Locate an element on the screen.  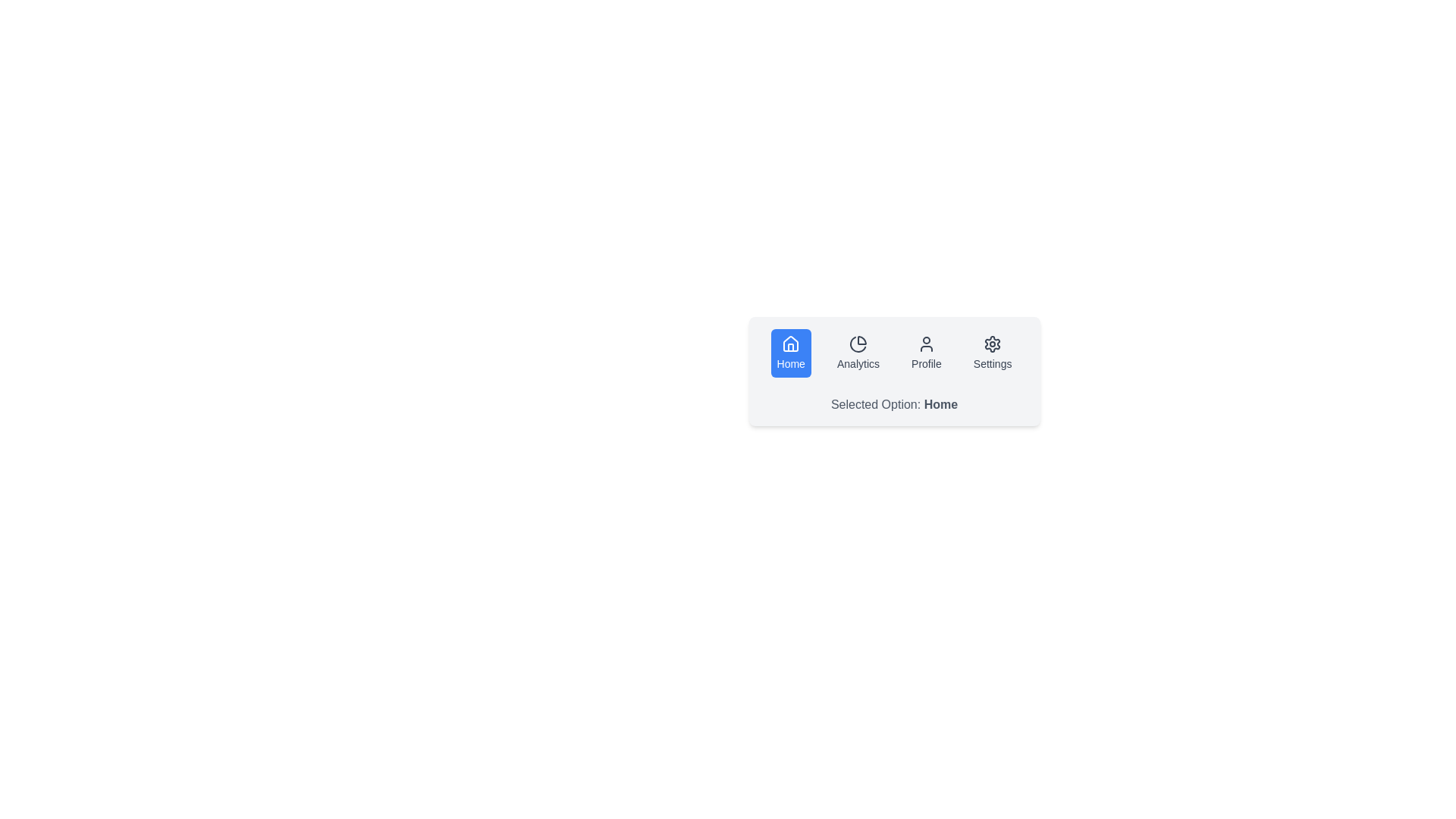
the Text label that describes the 'Analytics' button, positioned below the pie chart icon is located at coordinates (858, 363).